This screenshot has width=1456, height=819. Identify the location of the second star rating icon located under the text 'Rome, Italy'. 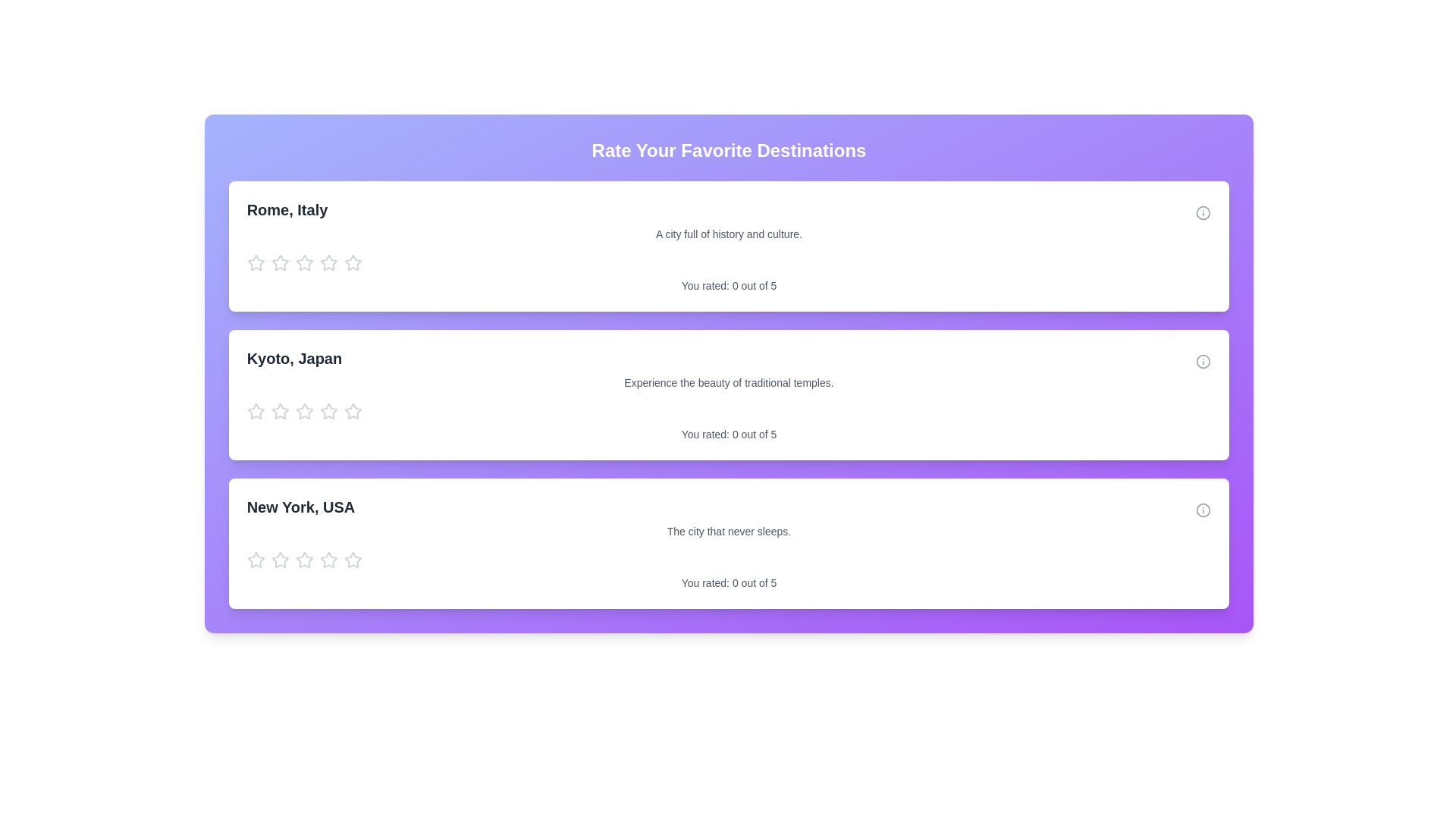
(328, 262).